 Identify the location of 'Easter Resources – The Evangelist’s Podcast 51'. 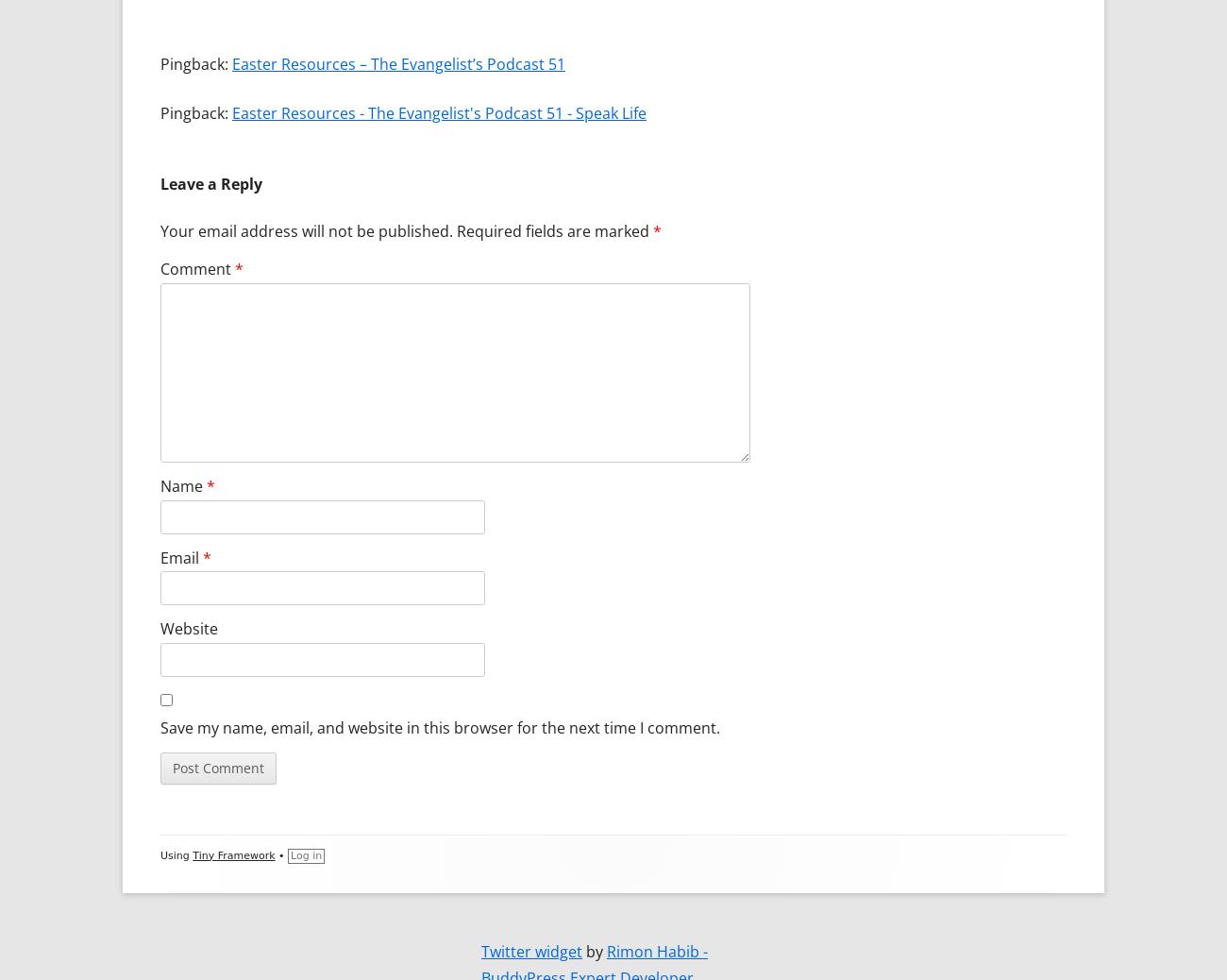
(398, 61).